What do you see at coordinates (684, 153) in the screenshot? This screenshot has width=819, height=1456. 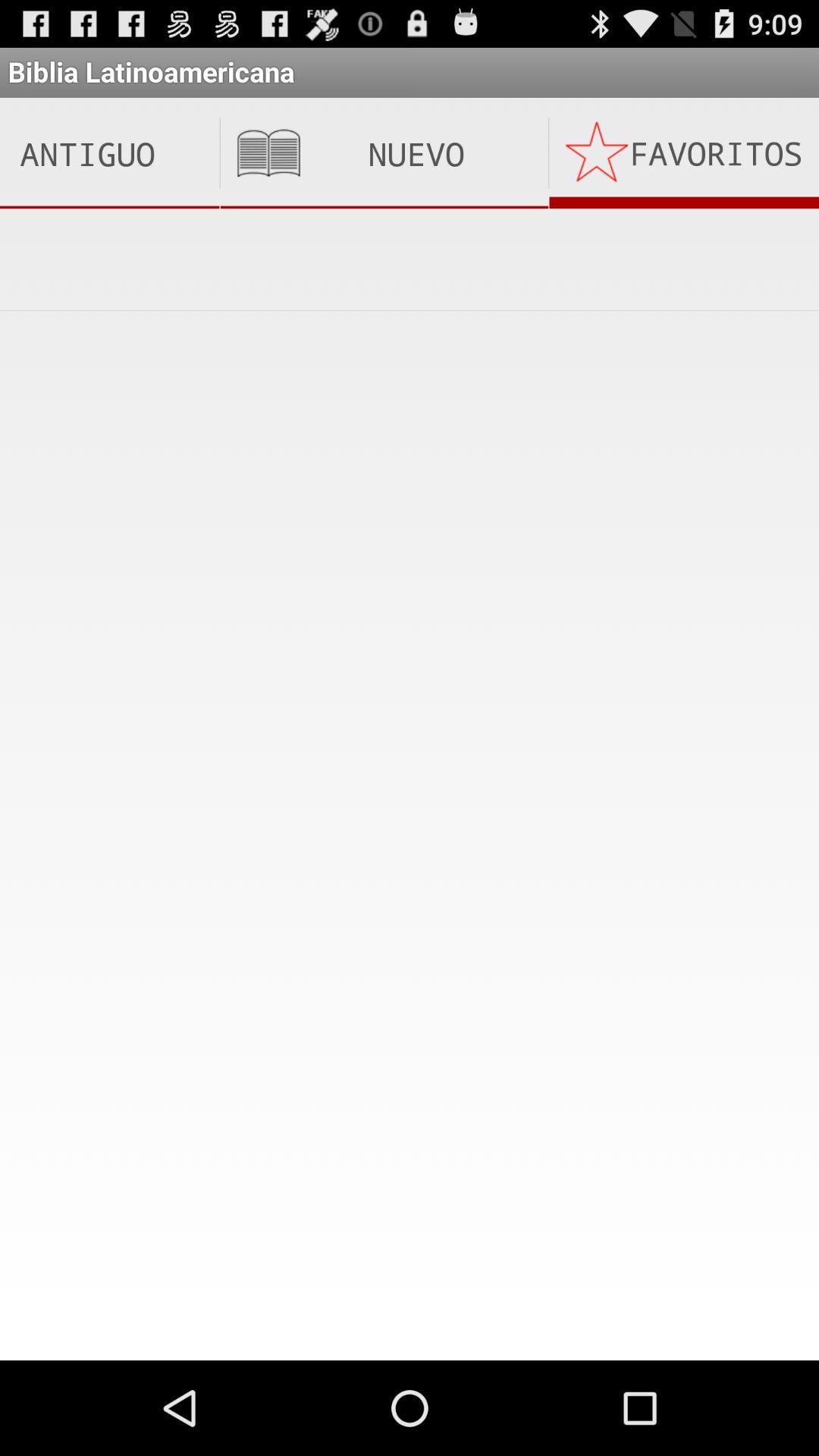 I see `the item at the top right corner` at bounding box center [684, 153].